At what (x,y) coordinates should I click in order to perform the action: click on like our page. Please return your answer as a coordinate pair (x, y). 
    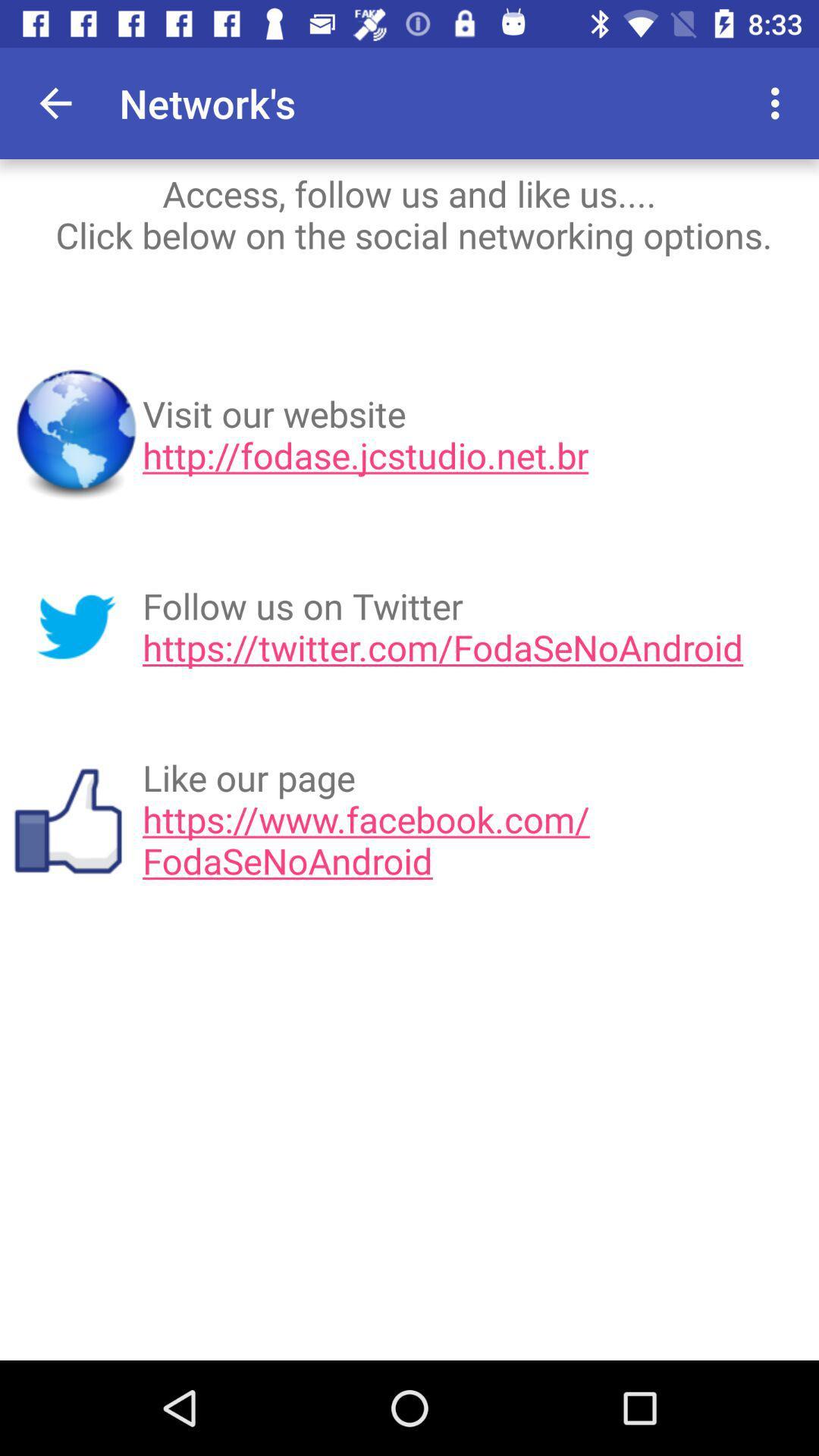
    Looking at the image, I should click on (475, 818).